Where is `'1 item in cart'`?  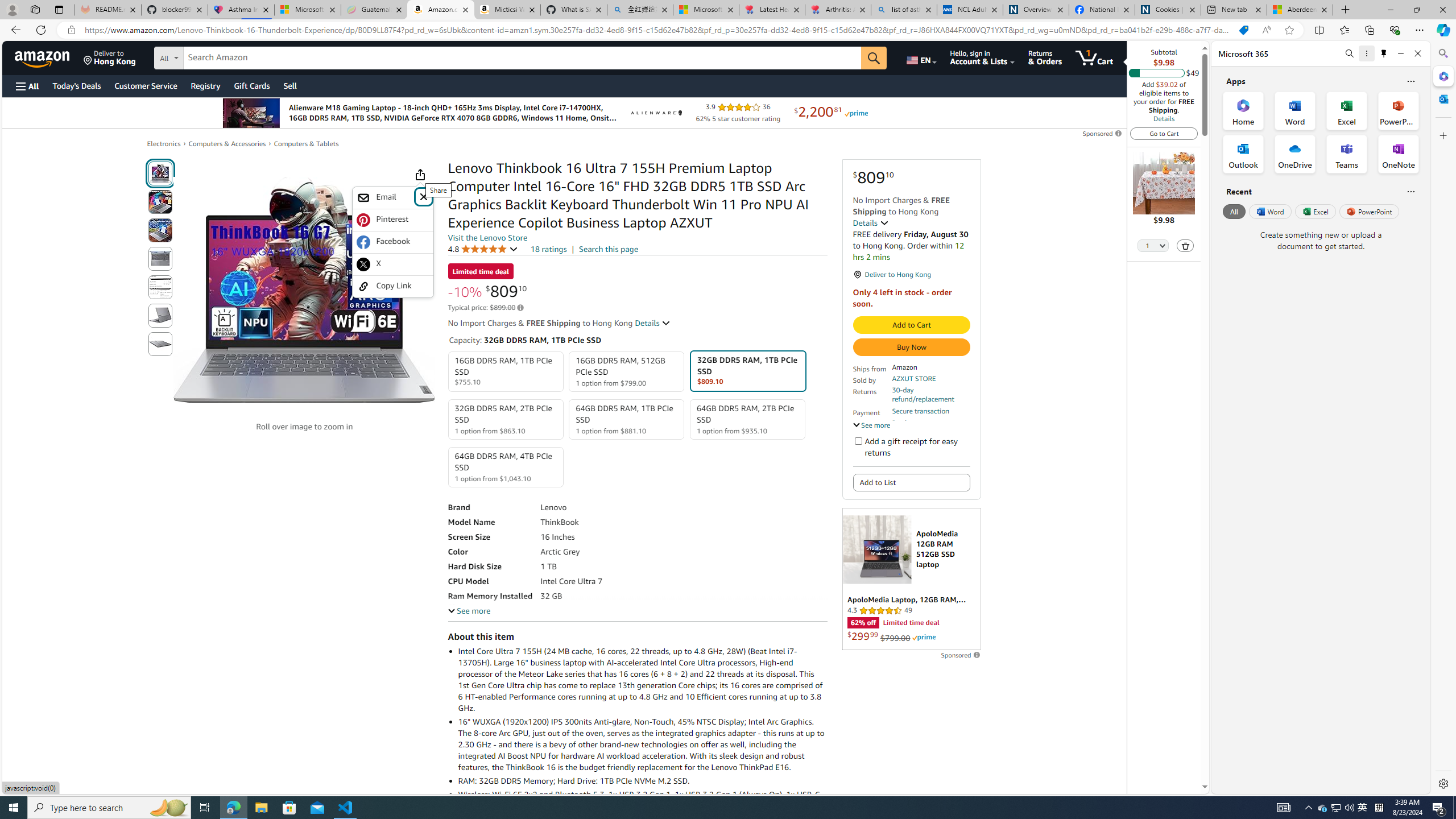
'1 item in cart' is located at coordinates (1094, 57).